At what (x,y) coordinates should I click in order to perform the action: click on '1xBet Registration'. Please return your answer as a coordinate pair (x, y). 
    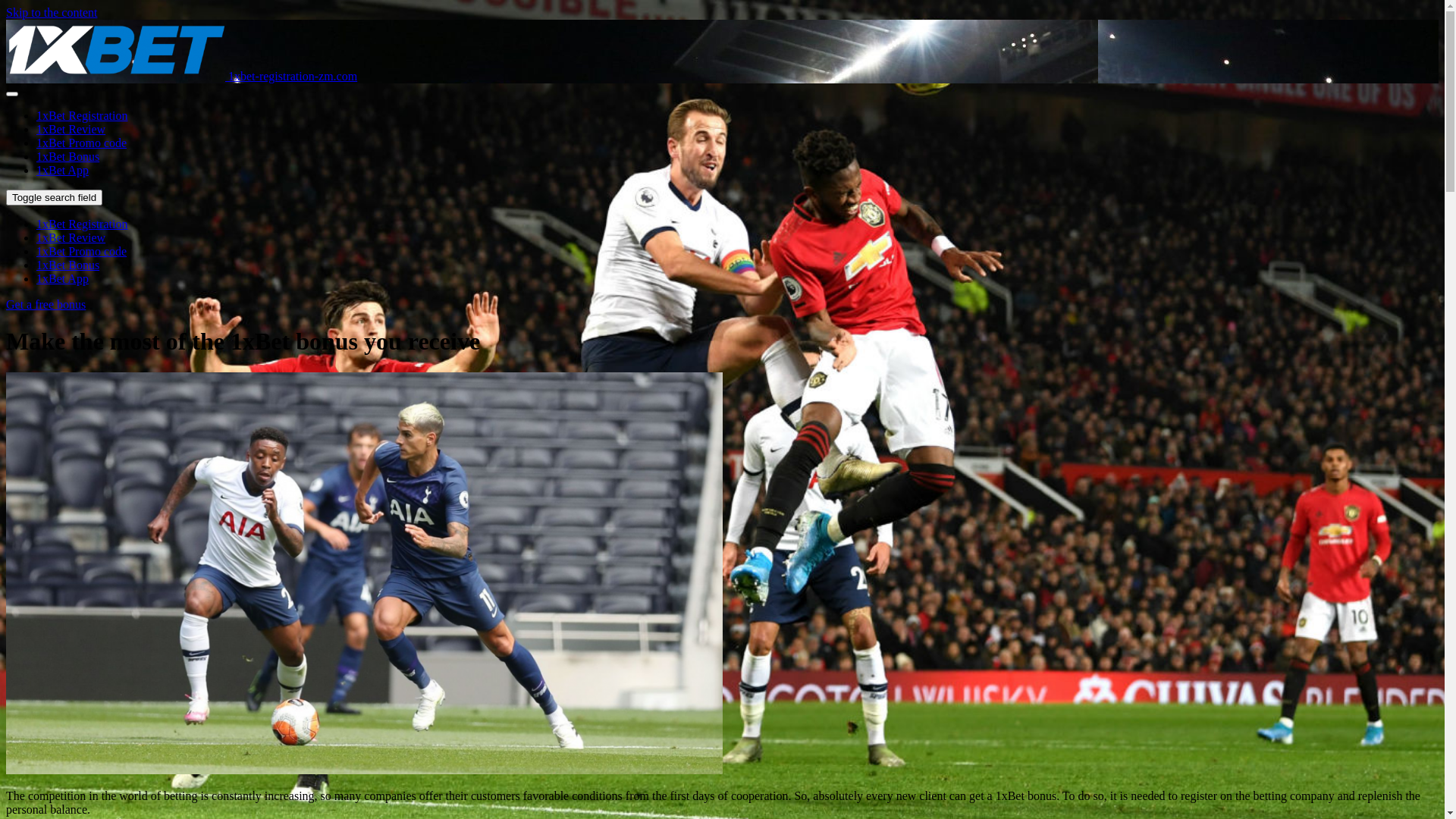
    Looking at the image, I should click on (80, 224).